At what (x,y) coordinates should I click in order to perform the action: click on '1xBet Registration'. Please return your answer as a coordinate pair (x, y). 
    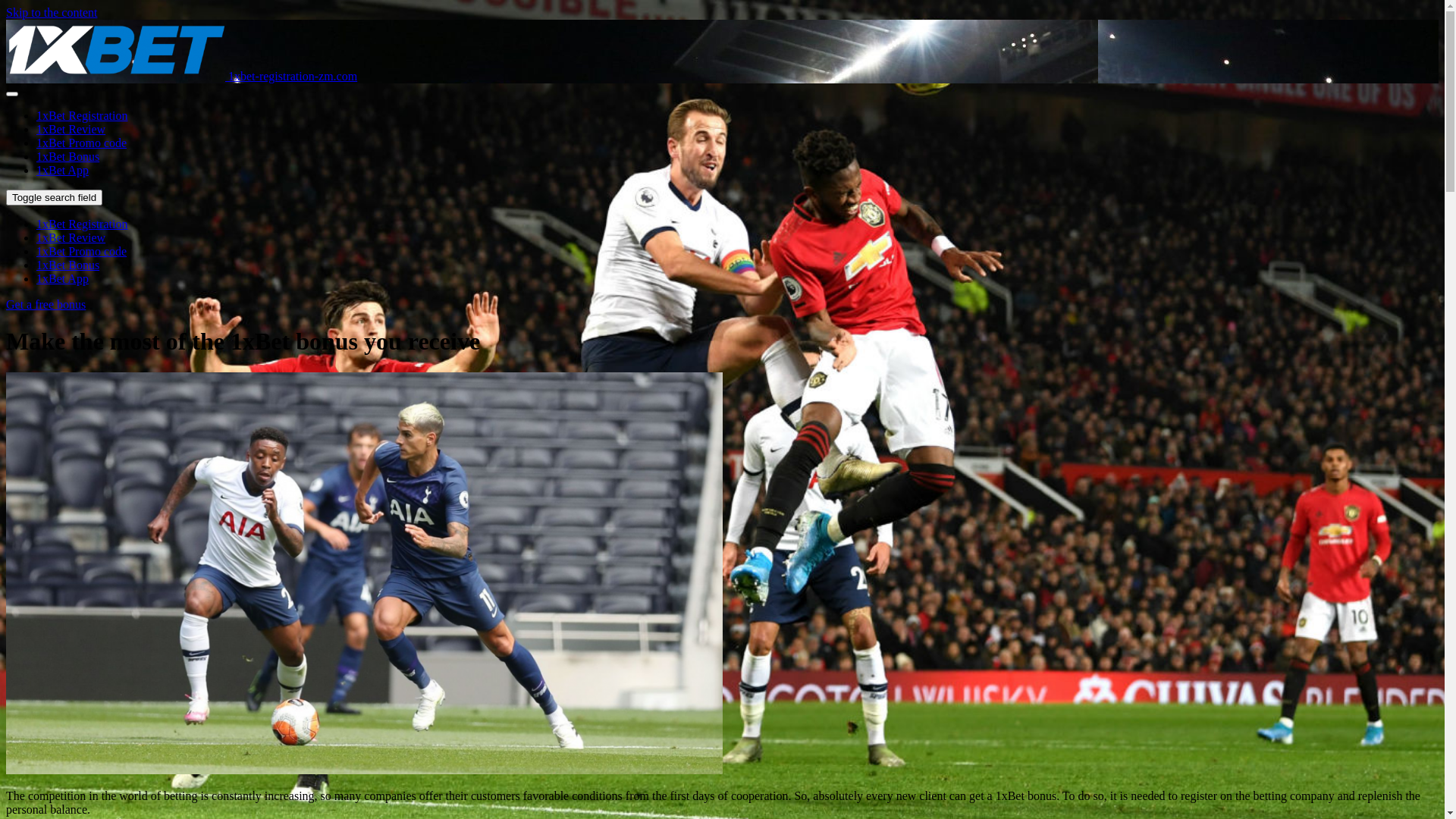
    Looking at the image, I should click on (80, 224).